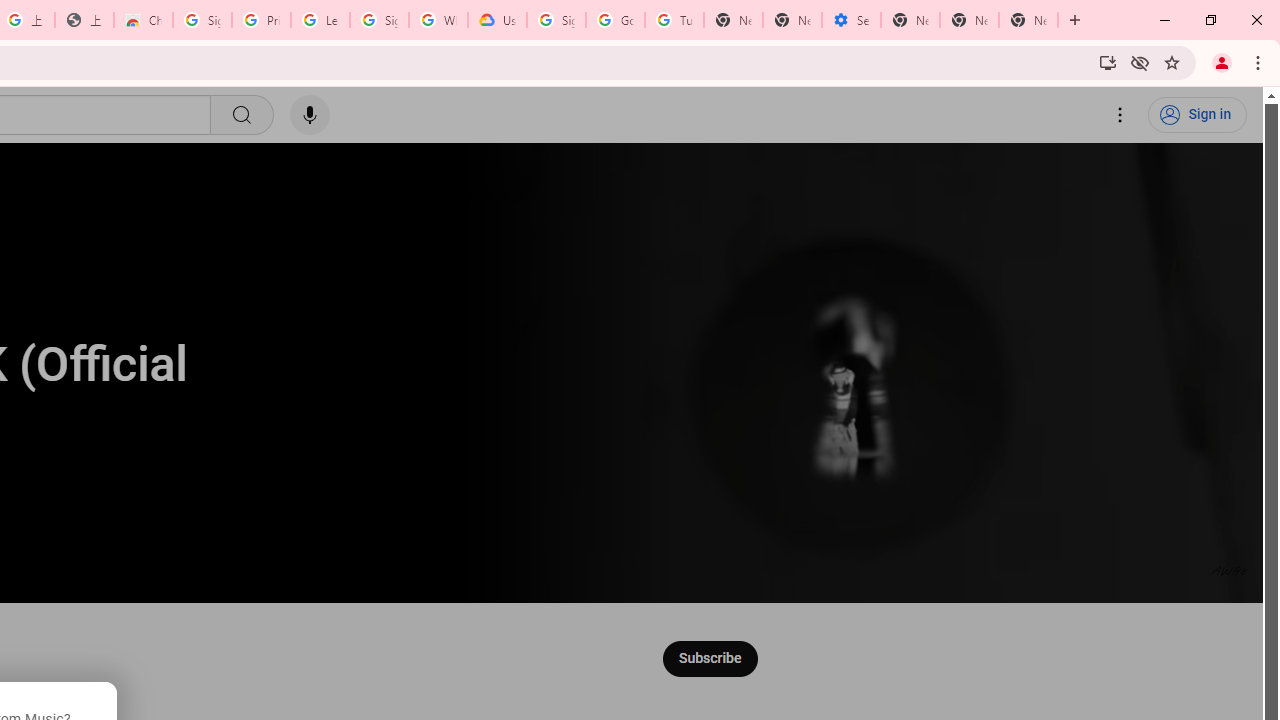  Describe the element at coordinates (202, 20) in the screenshot. I see `'Sign in - Google Accounts'` at that location.